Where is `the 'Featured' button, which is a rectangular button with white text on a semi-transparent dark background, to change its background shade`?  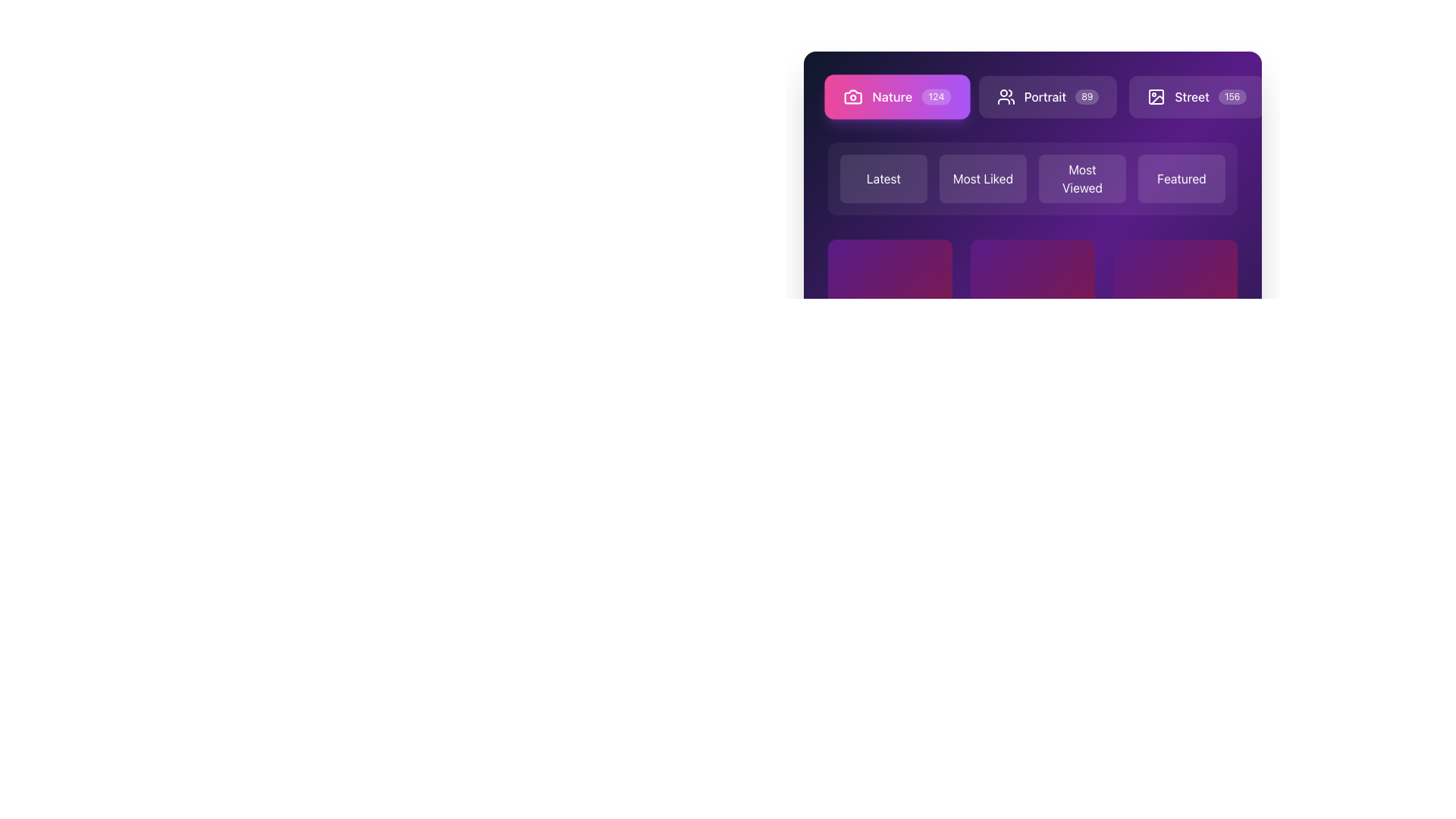 the 'Featured' button, which is a rectangular button with white text on a semi-transparent dark background, to change its background shade is located at coordinates (1181, 177).